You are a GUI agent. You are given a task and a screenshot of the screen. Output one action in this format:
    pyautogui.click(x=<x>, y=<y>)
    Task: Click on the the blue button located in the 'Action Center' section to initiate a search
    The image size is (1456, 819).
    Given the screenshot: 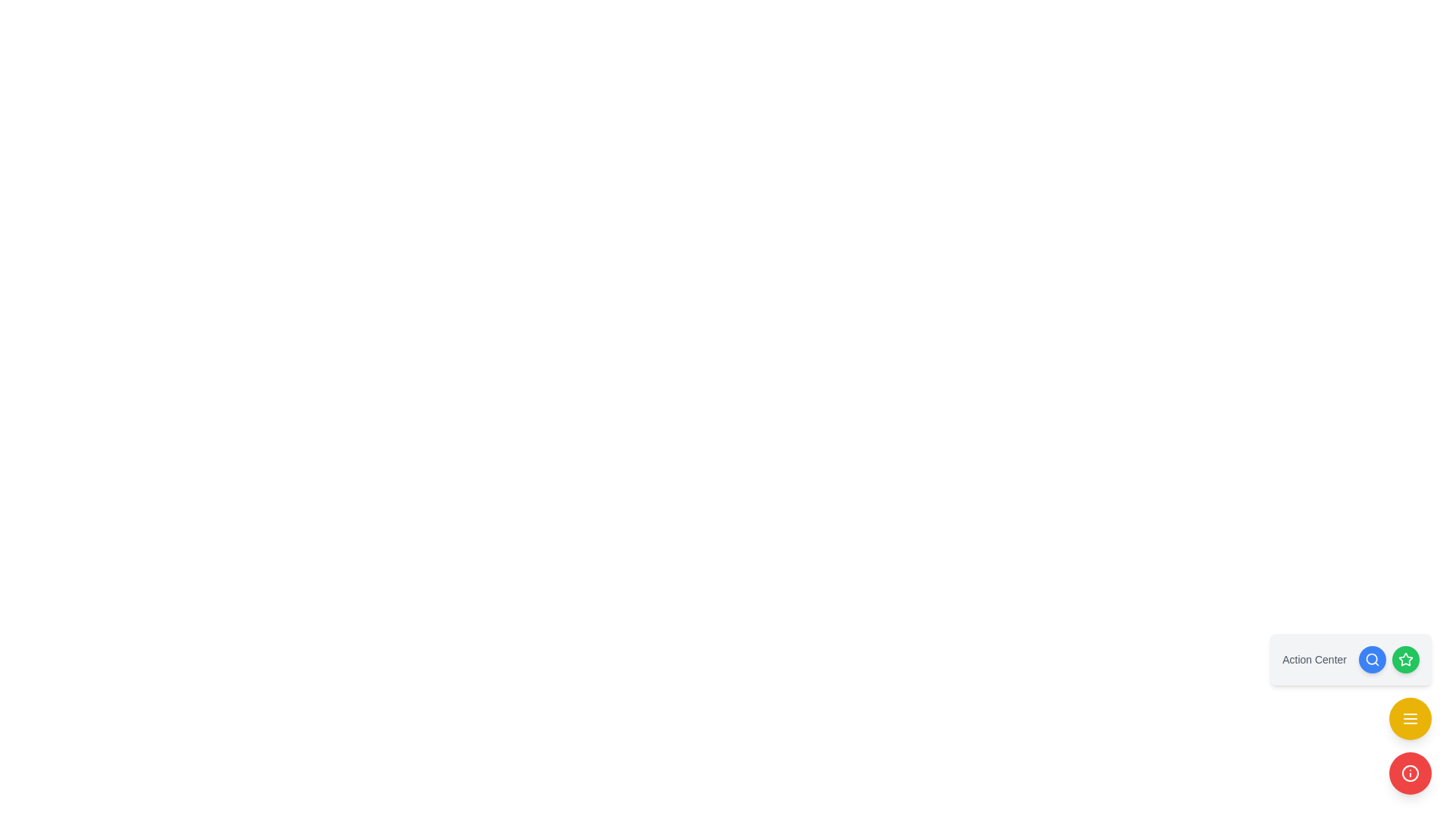 What is the action you would take?
    pyautogui.click(x=1389, y=659)
    